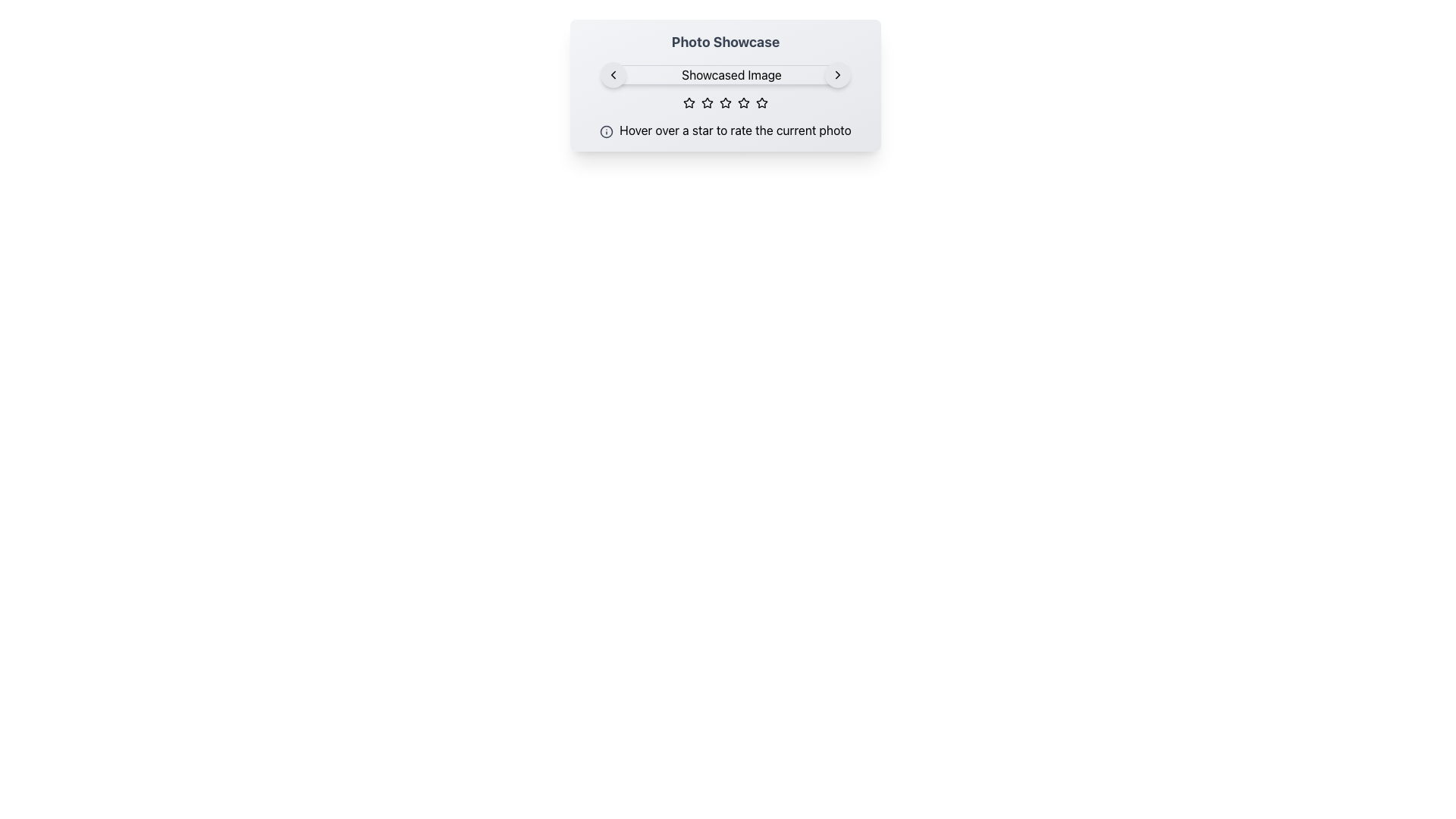 The height and width of the screenshot is (819, 1456). What do you see at coordinates (613, 75) in the screenshot?
I see `the navigation icon within the circular button located in the top-left section of the 'Photo Showcase' component` at bounding box center [613, 75].